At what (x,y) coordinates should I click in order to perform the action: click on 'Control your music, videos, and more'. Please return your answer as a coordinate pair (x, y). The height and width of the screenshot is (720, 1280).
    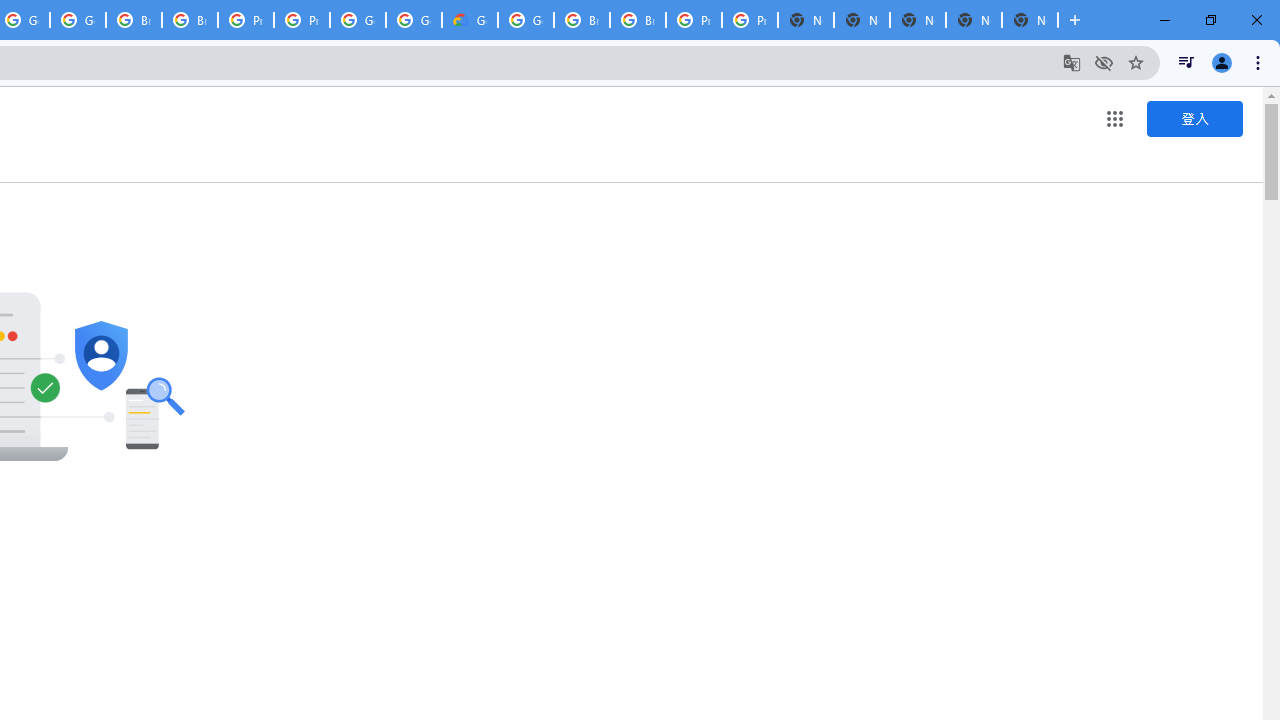
    Looking at the image, I should click on (1185, 61).